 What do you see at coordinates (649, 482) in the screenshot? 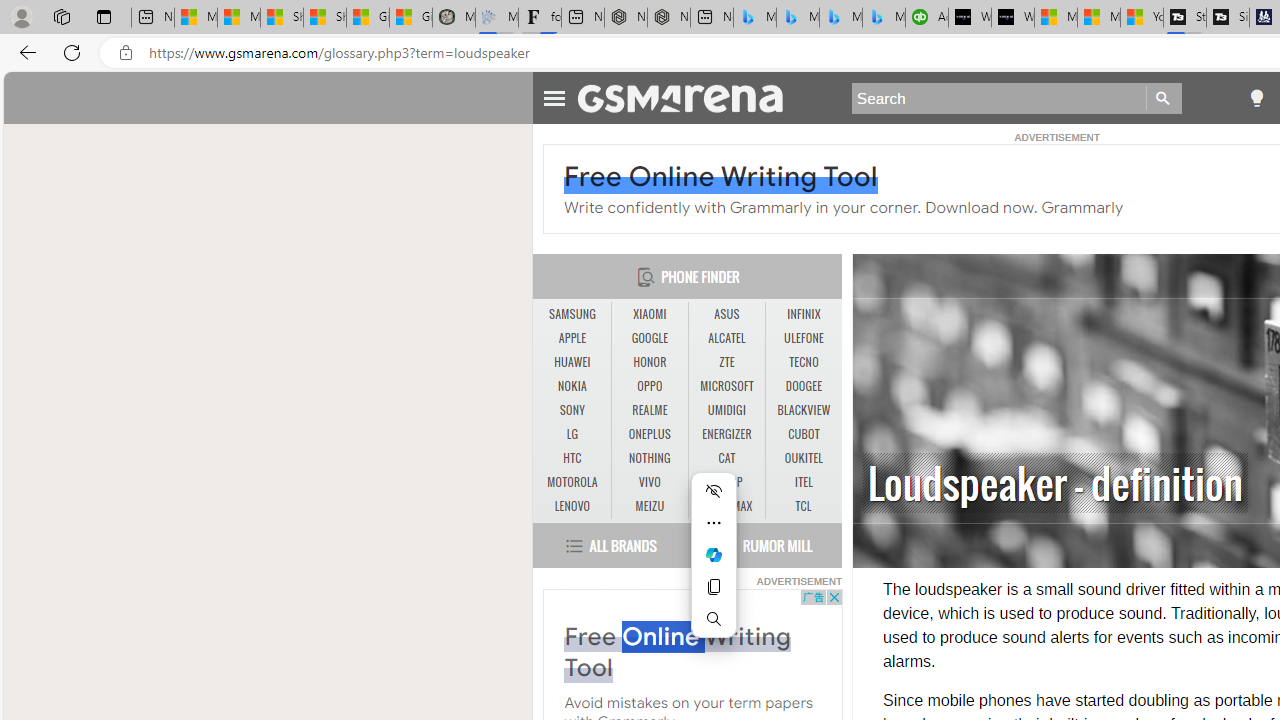
I see `'VIVO'` at bounding box center [649, 482].